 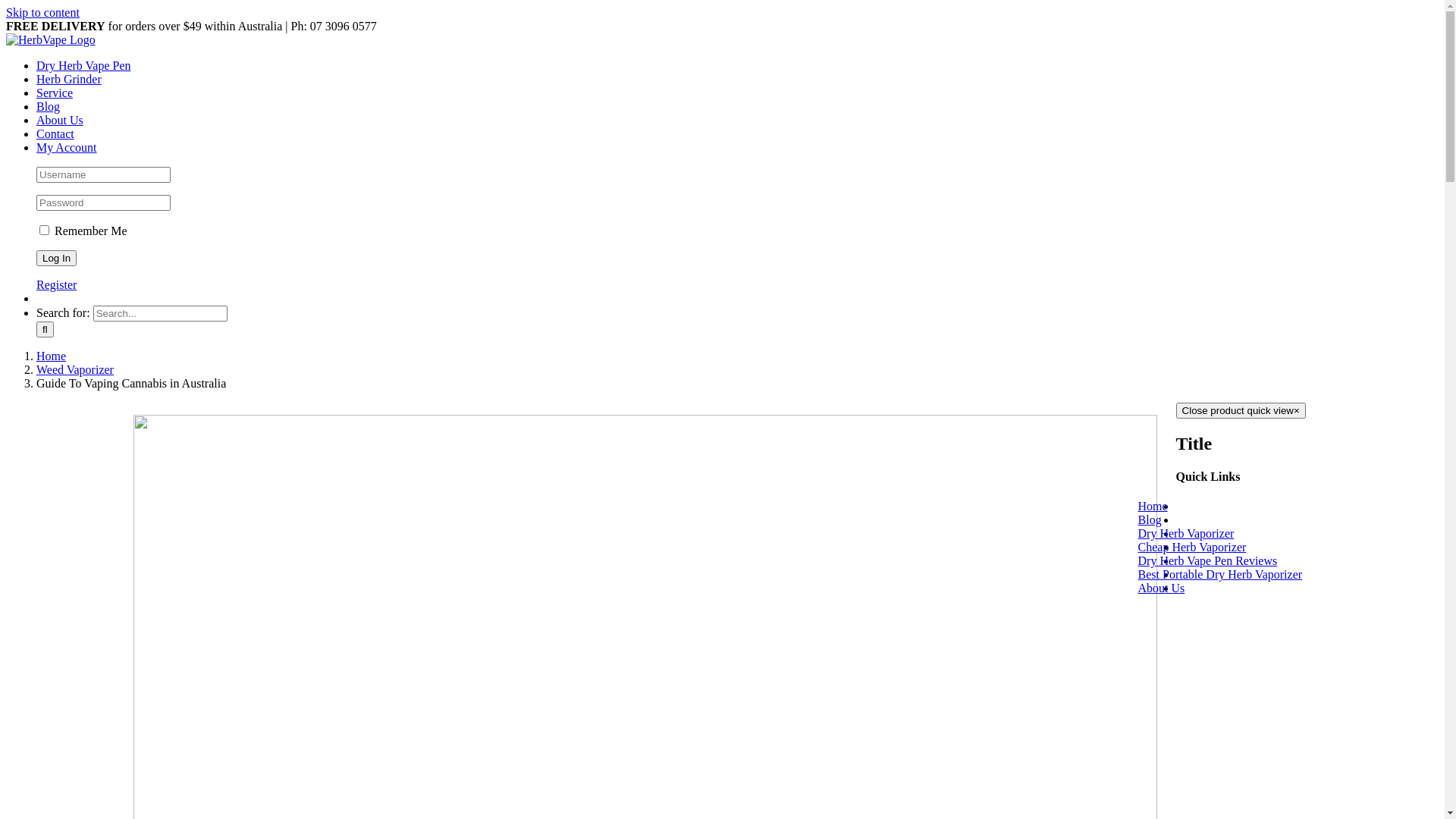 What do you see at coordinates (36, 356) in the screenshot?
I see `'Home'` at bounding box center [36, 356].